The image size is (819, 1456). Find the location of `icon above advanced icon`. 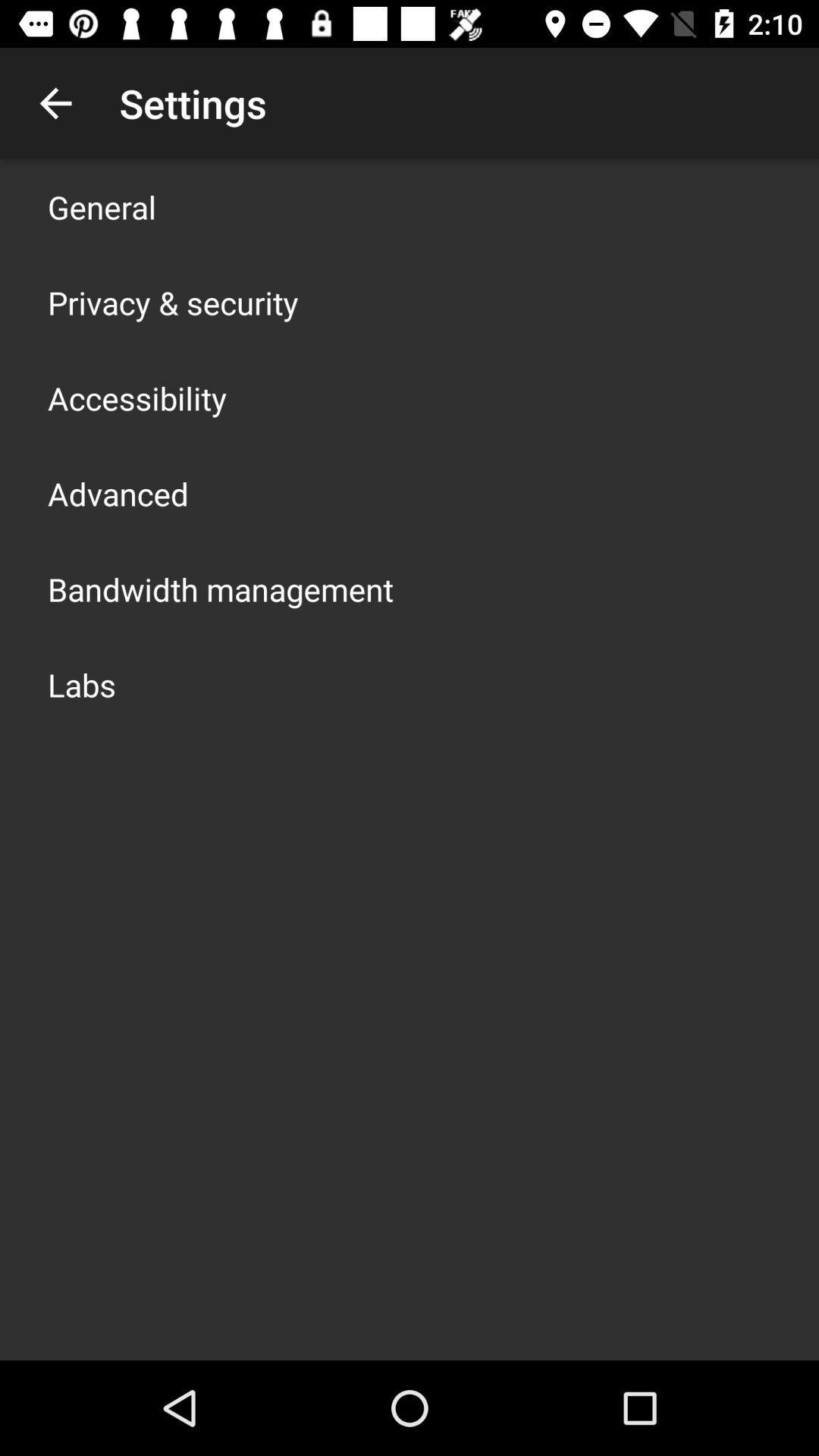

icon above advanced icon is located at coordinates (137, 397).